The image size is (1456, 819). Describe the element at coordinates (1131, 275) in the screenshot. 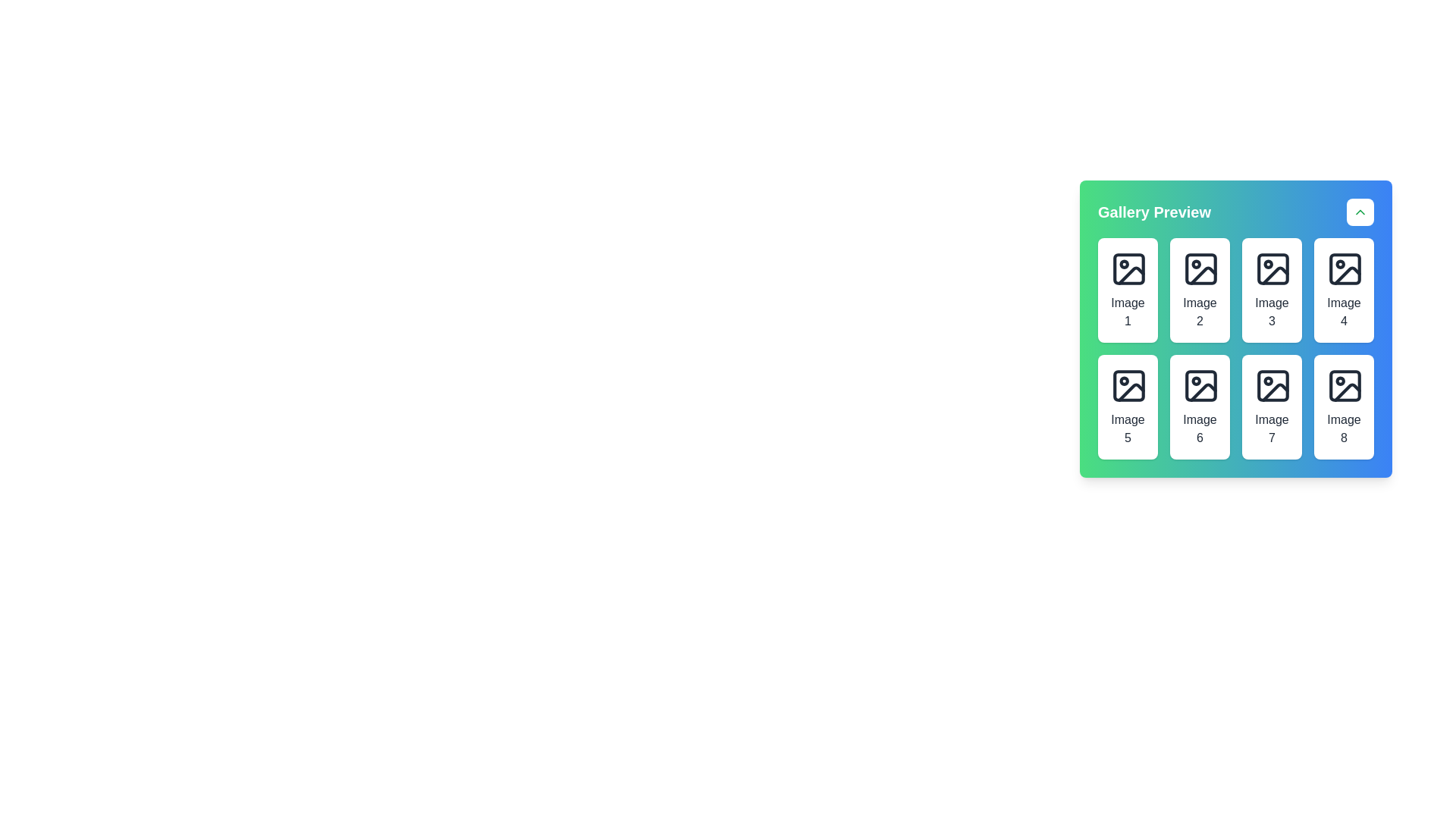

I see `the icon component representing the first image thumbnail in the gallery preview grid located at the top-left corner of the interface` at that location.